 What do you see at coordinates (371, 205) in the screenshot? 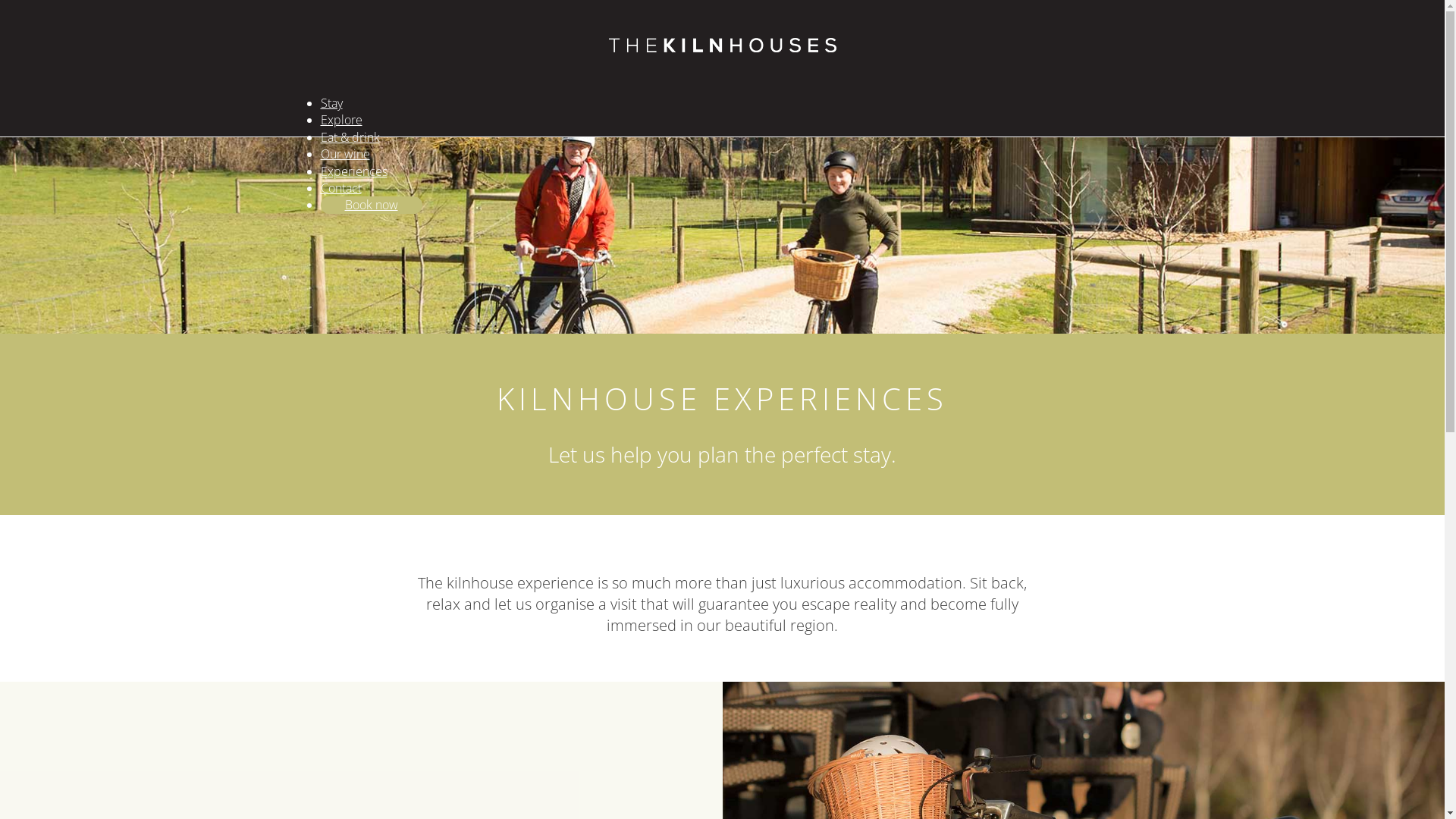
I see `'Book now'` at bounding box center [371, 205].